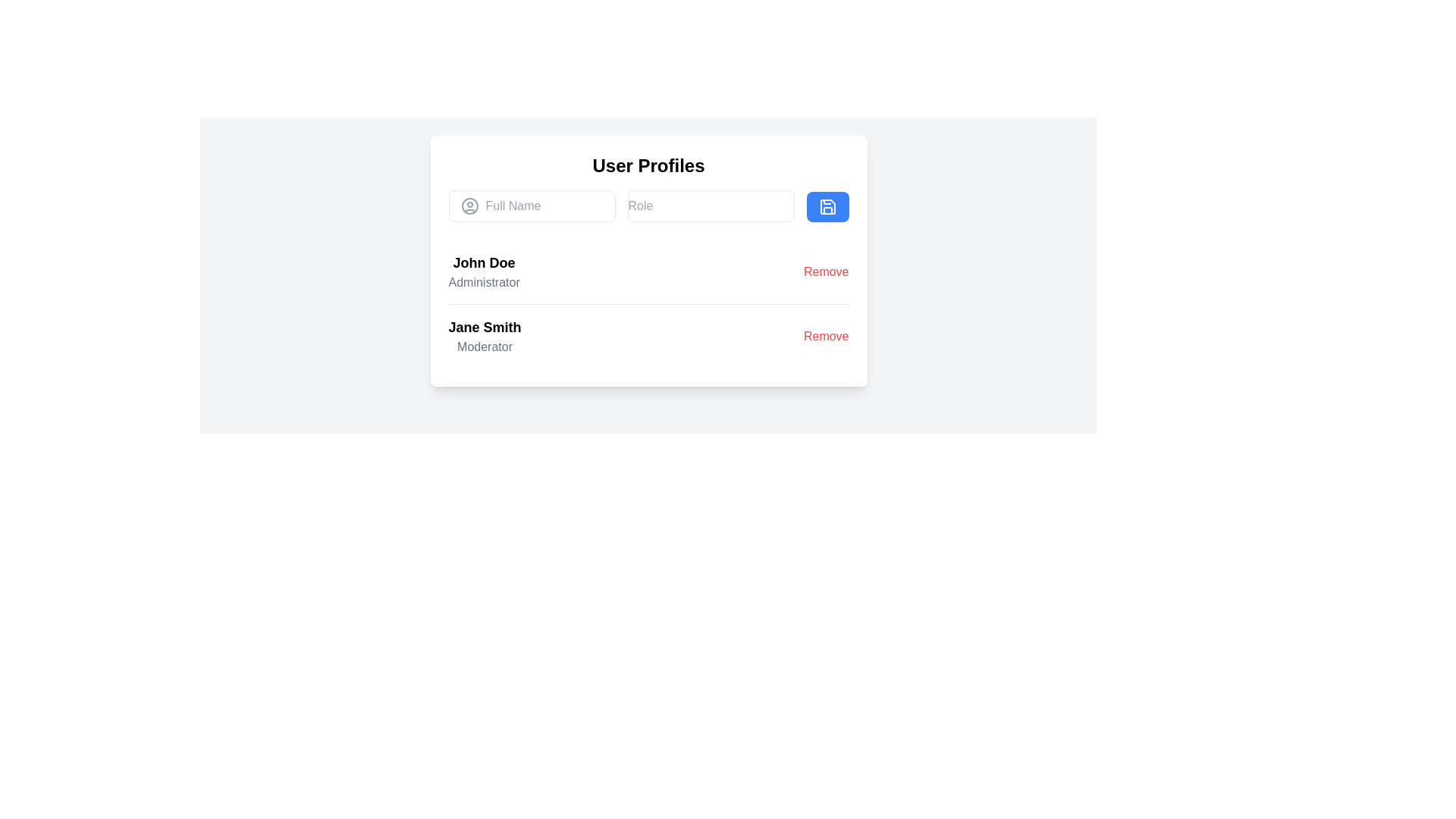 Image resolution: width=1456 pixels, height=819 pixels. What do you see at coordinates (483, 271) in the screenshot?
I see `the text label displaying the user's name and role ('Administrator') in the 'User Profiles' section, positioned above 'Jane Smith'` at bounding box center [483, 271].